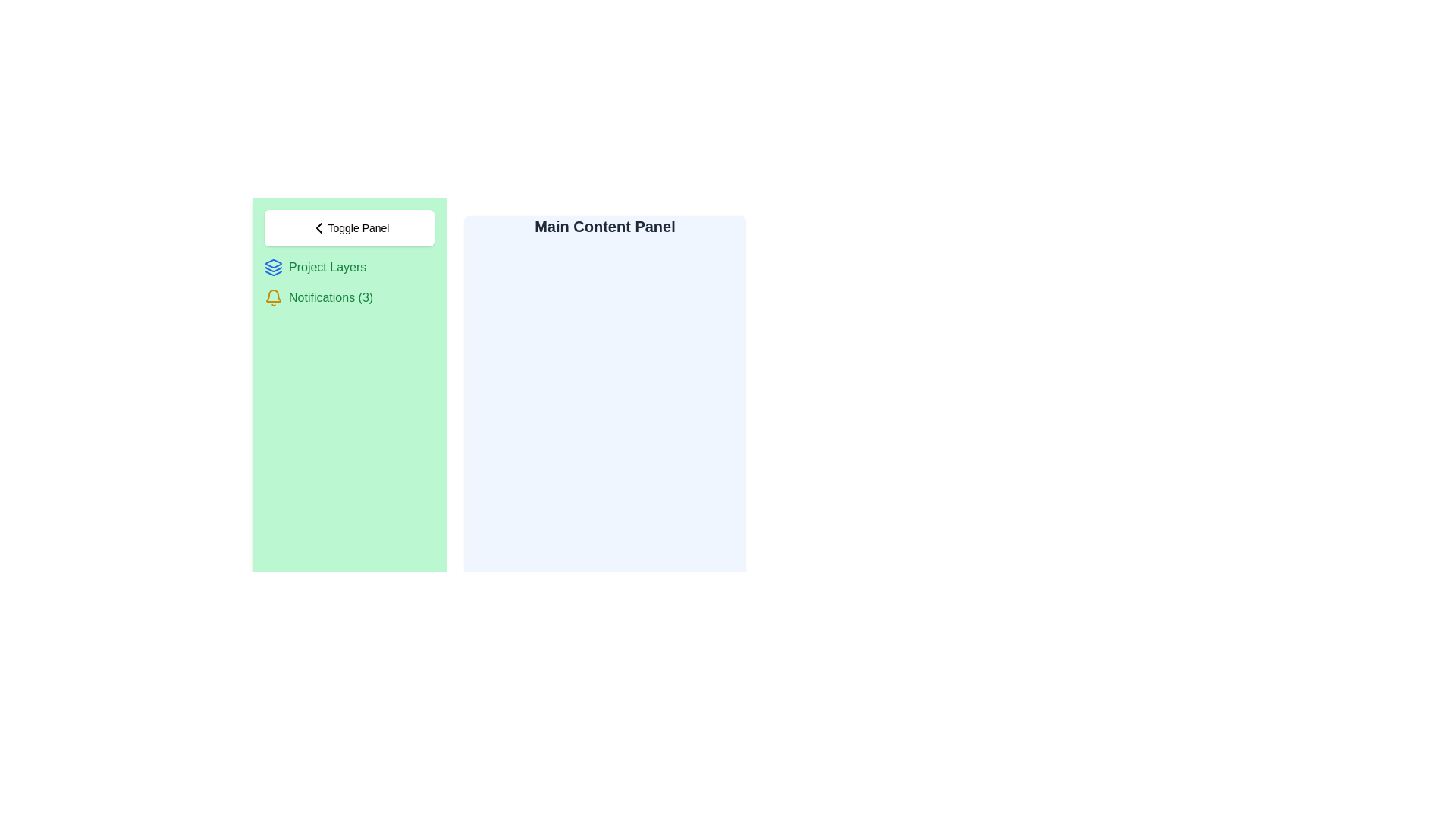 The image size is (1456, 819). What do you see at coordinates (348, 267) in the screenshot?
I see `the first menu item labeled 'Project Layers' that has a blue stacked layers icon and green text` at bounding box center [348, 267].